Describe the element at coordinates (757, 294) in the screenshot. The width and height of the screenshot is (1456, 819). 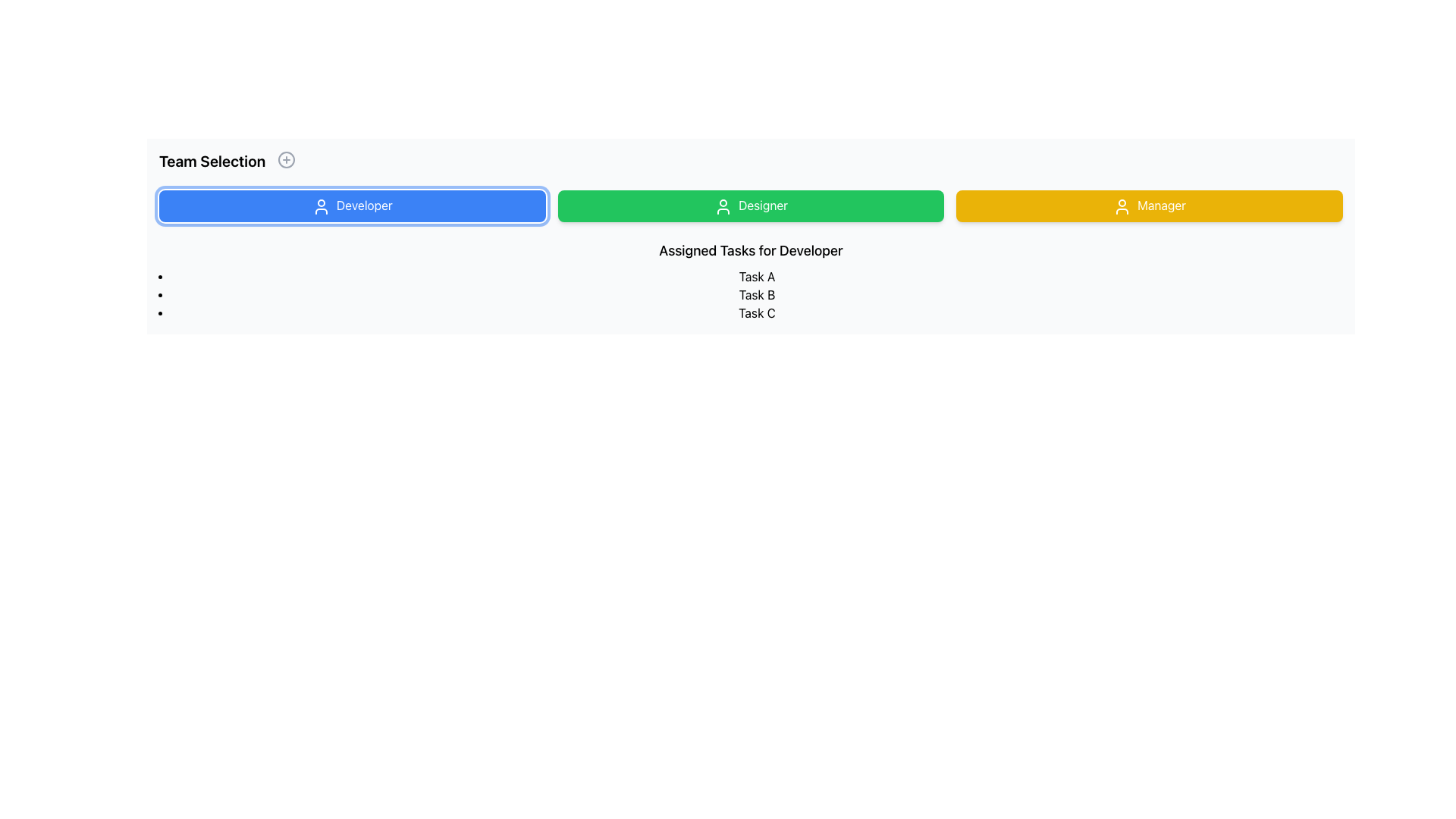
I see `the text label displaying 'Task B', the second entry` at that location.